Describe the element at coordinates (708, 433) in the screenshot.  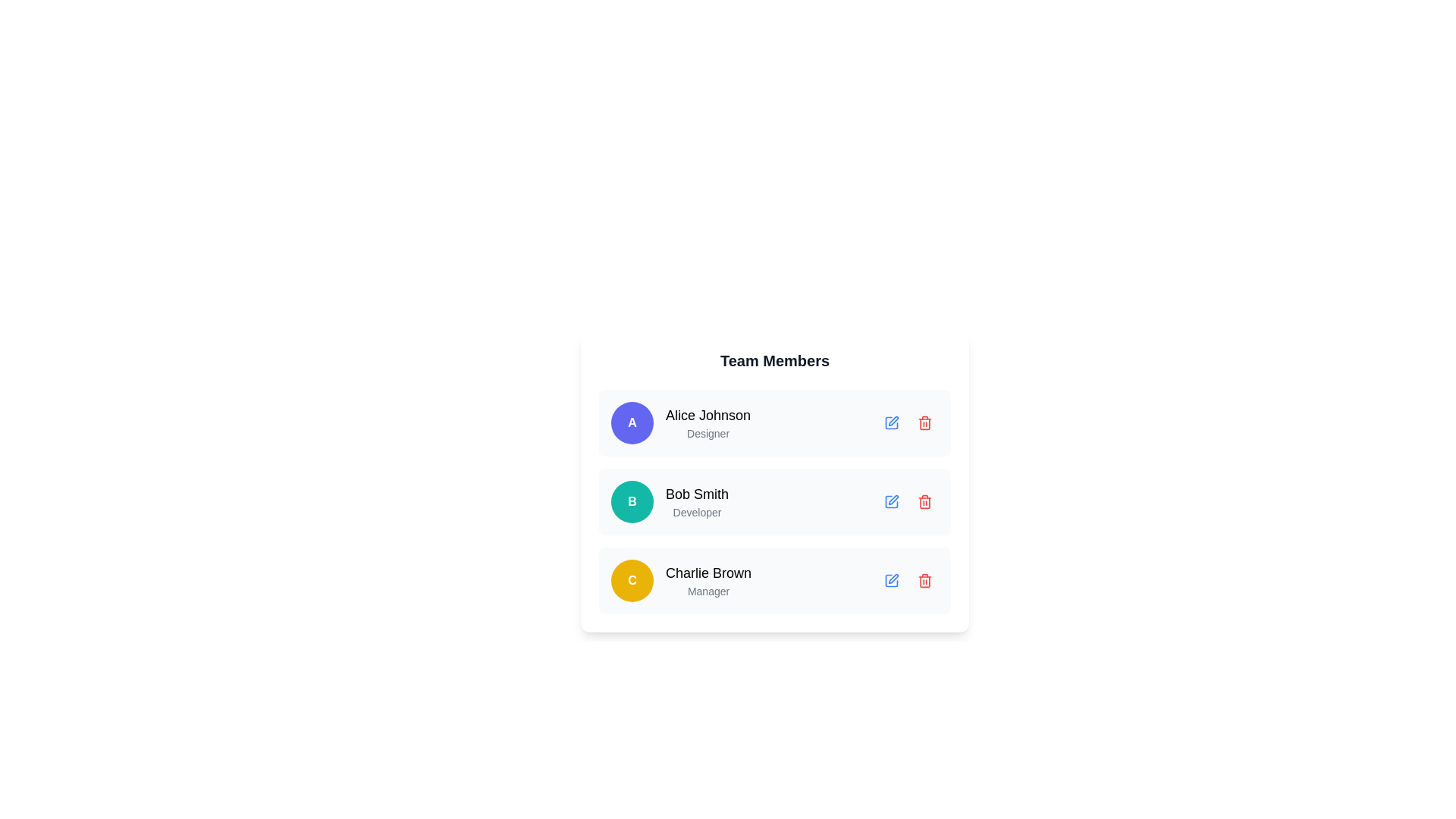
I see `the text label indicating the role or position of the team member, located below 'Alice Johnson' in the team member list` at that location.